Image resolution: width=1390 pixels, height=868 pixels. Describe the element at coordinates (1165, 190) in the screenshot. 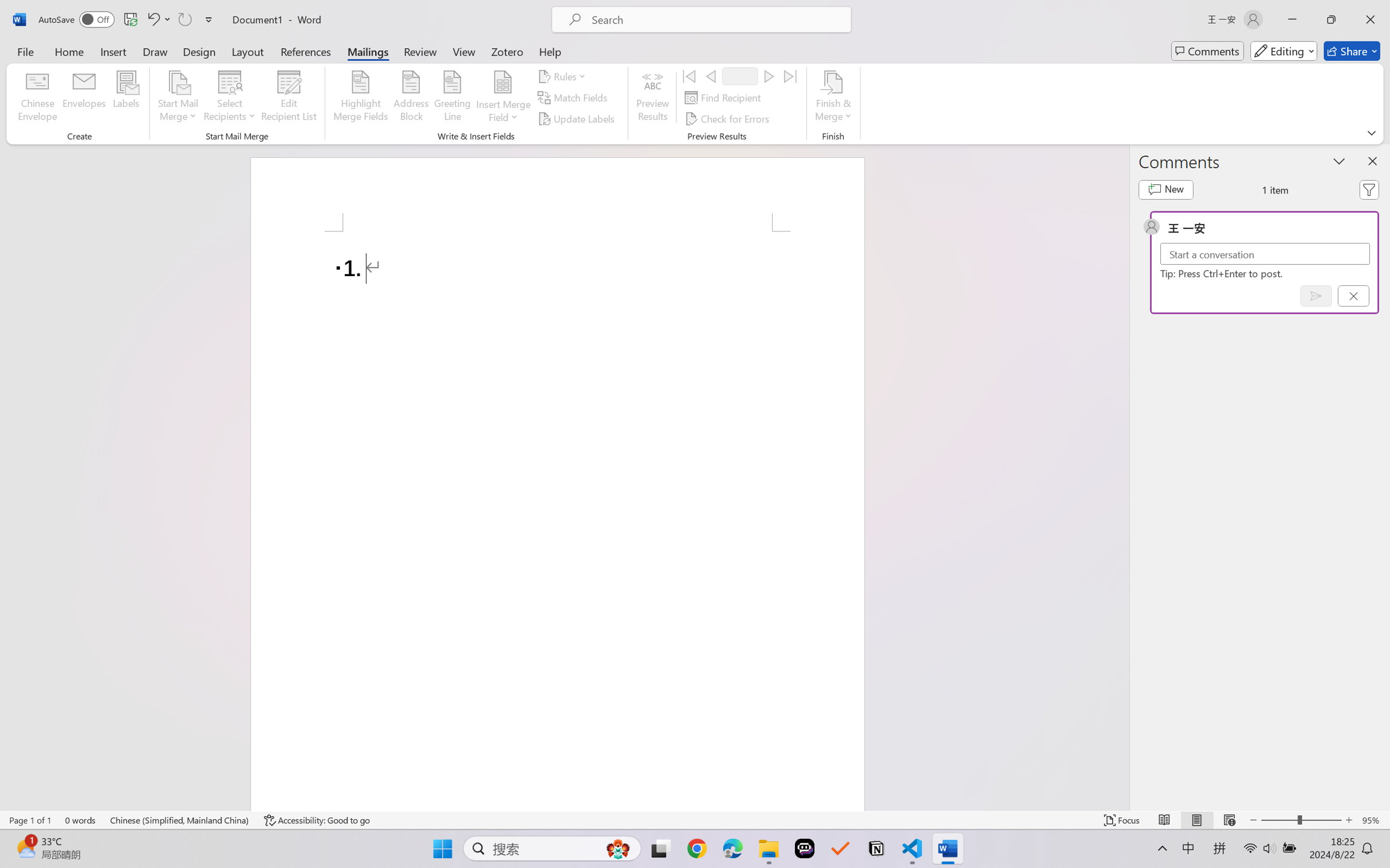

I see `'New comment'` at that location.